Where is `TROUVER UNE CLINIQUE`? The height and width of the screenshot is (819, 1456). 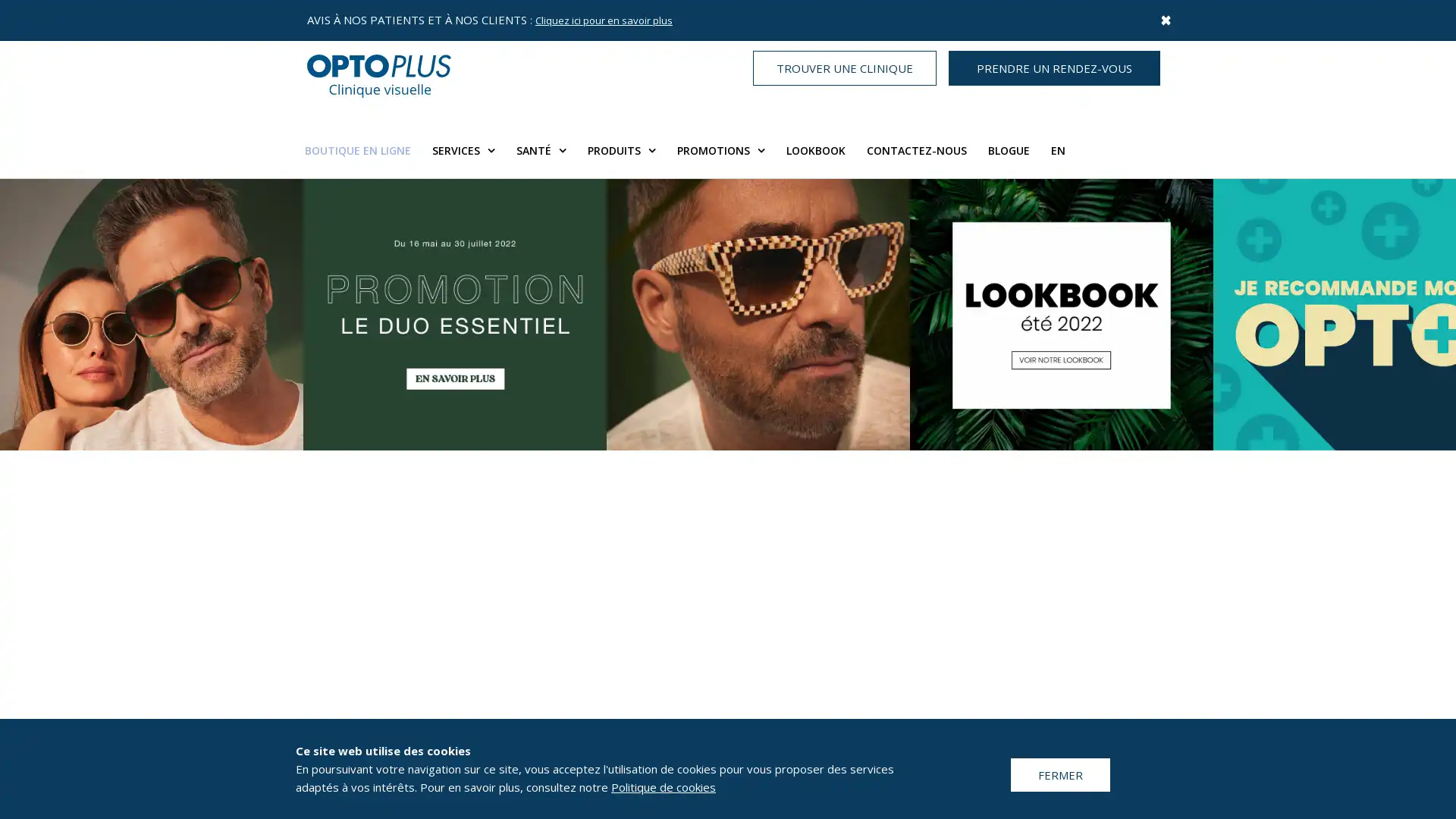
TROUVER UNE CLINIQUE is located at coordinates (843, 67).